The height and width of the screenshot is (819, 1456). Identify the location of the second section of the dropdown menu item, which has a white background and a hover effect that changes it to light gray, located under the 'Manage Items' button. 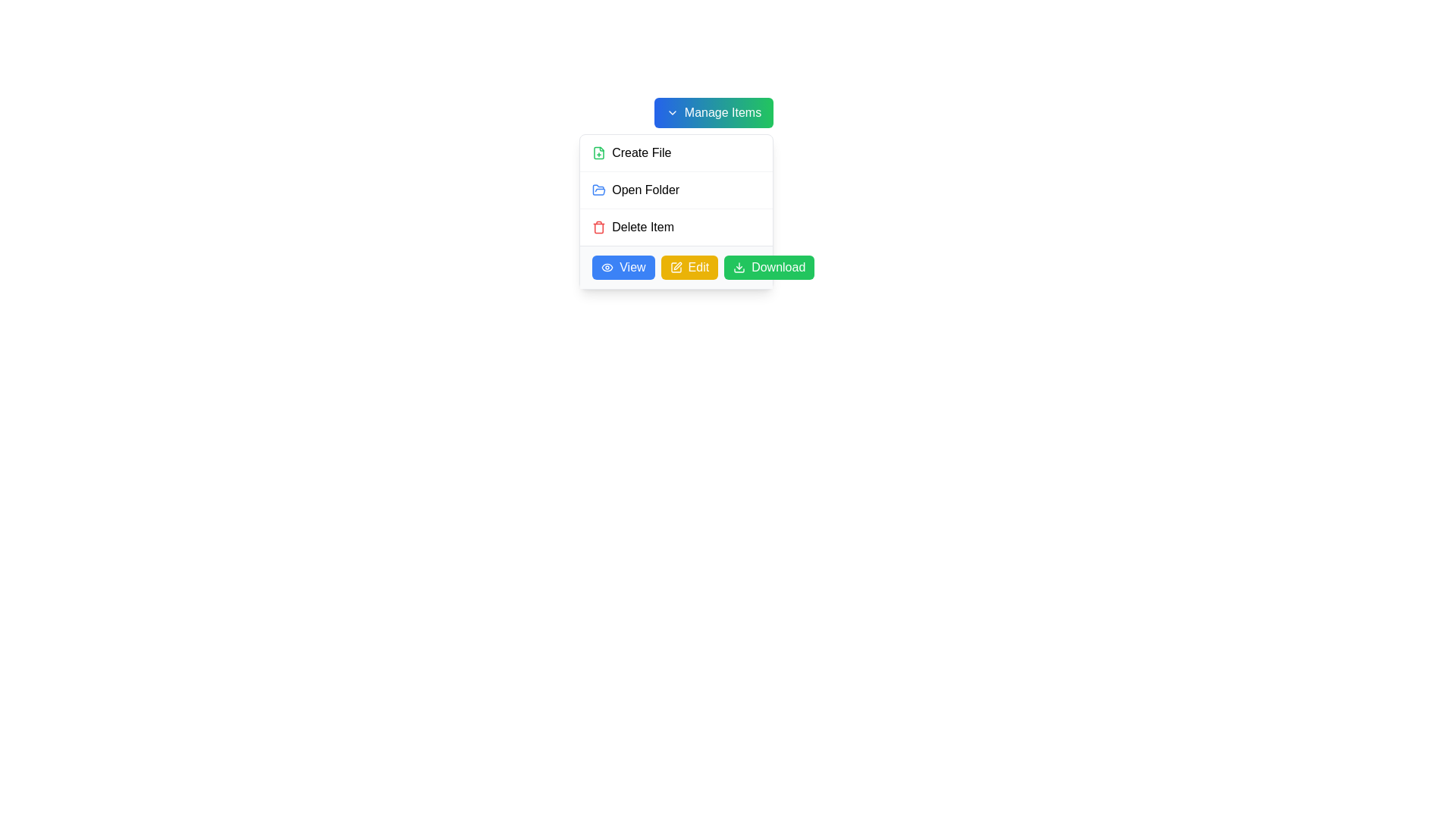
(676, 189).